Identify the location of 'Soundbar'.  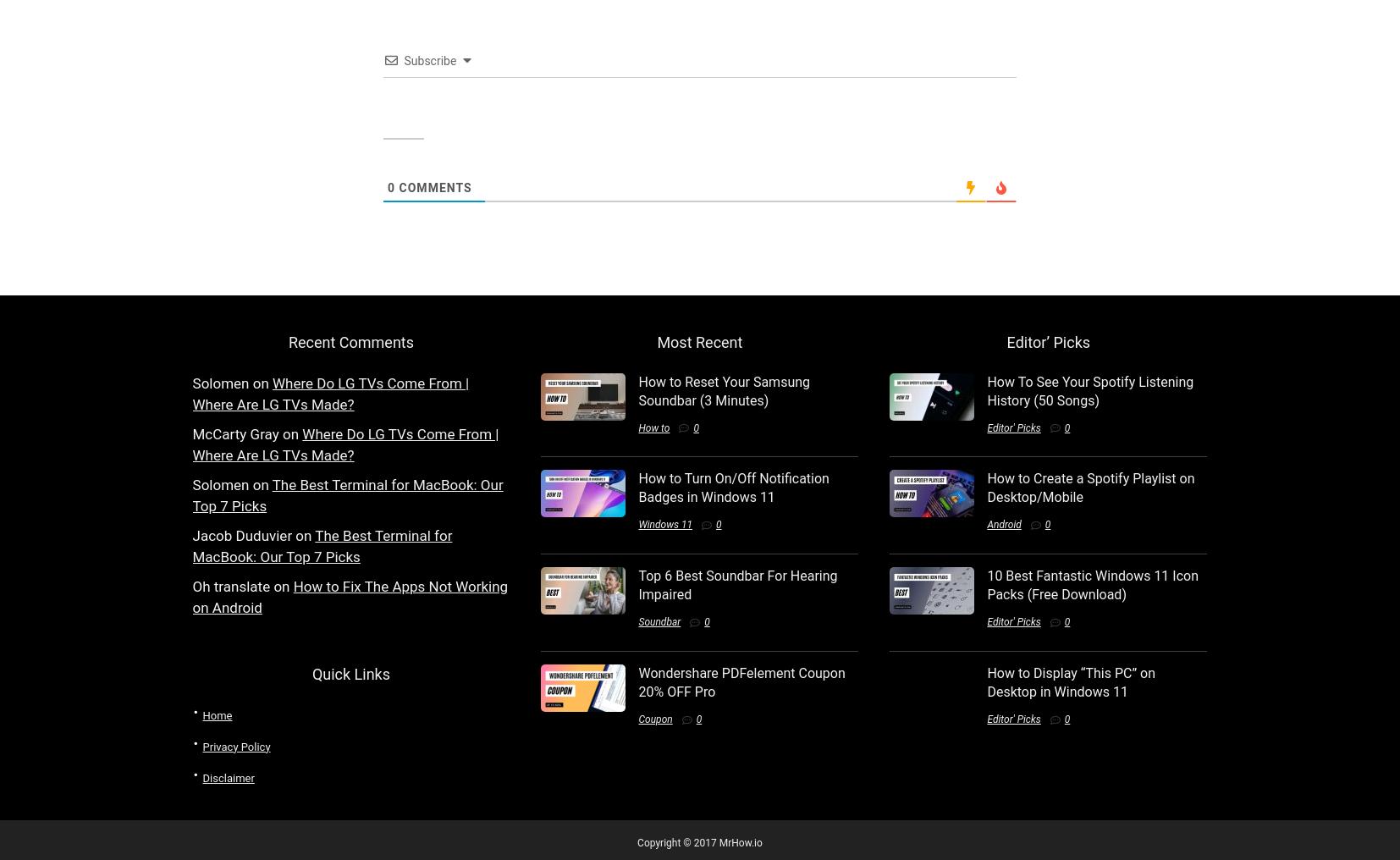
(659, 621).